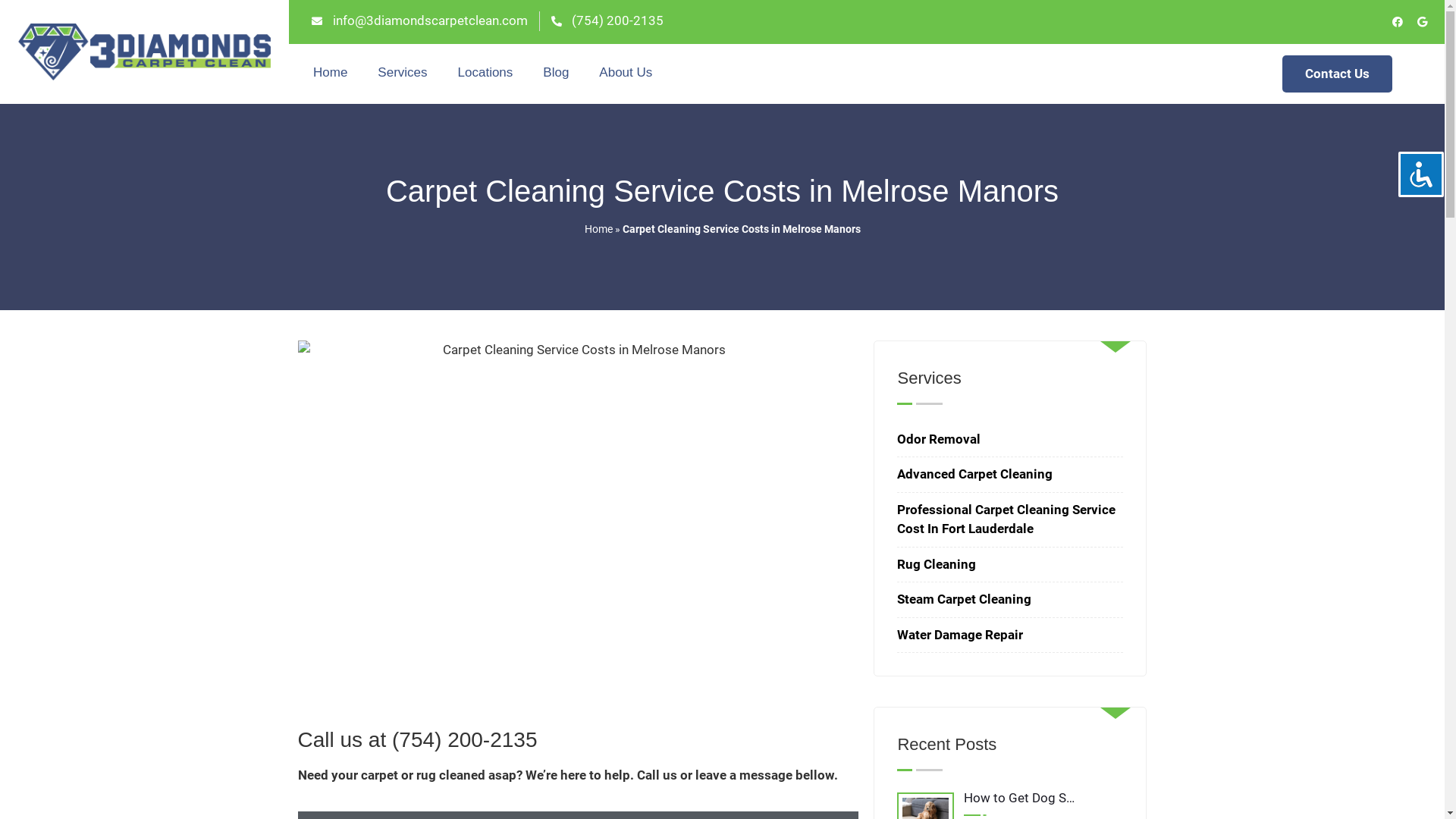 The width and height of the screenshot is (1456, 819). Describe the element at coordinates (417, 739) in the screenshot. I see `'Call us at (754) 200-2135'` at that location.